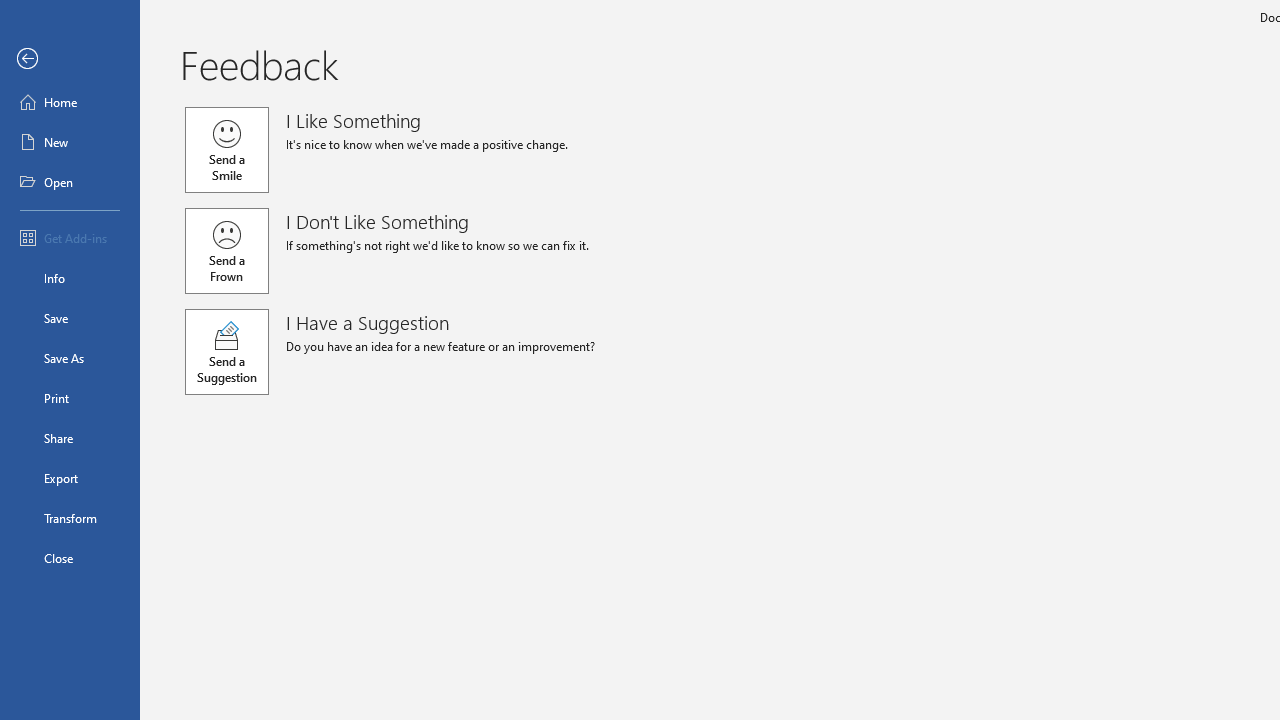  What do you see at coordinates (69, 517) in the screenshot?
I see `'Transform'` at bounding box center [69, 517].